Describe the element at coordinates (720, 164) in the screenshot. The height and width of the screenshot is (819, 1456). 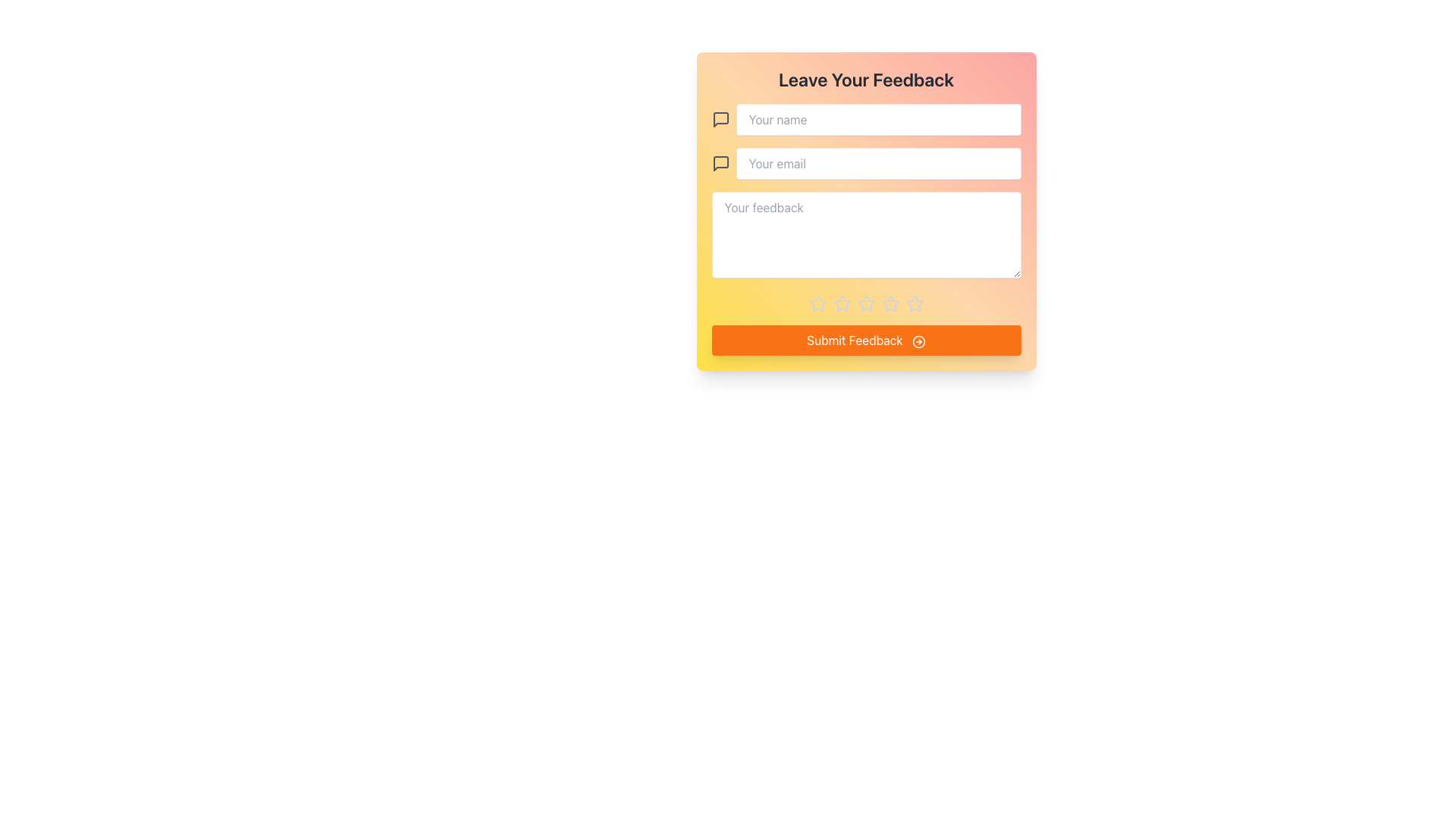
I see `the icon that serves as a visual label for the adjacent email input field located near the top-left of the feedback form` at that location.